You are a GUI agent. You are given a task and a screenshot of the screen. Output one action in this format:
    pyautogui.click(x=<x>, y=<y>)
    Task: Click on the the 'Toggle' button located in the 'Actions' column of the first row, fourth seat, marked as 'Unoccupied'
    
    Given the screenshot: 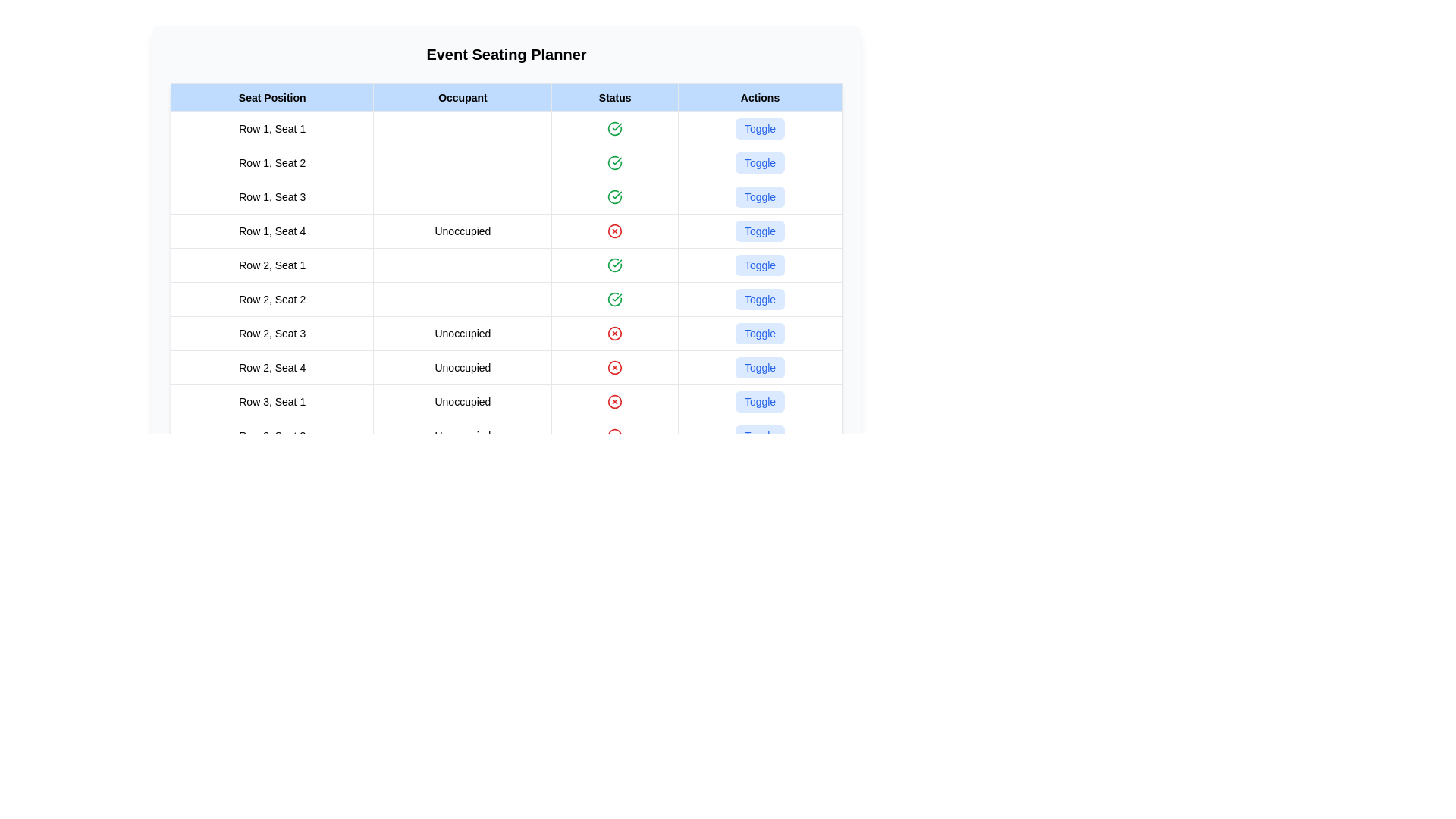 What is the action you would take?
    pyautogui.click(x=760, y=231)
    